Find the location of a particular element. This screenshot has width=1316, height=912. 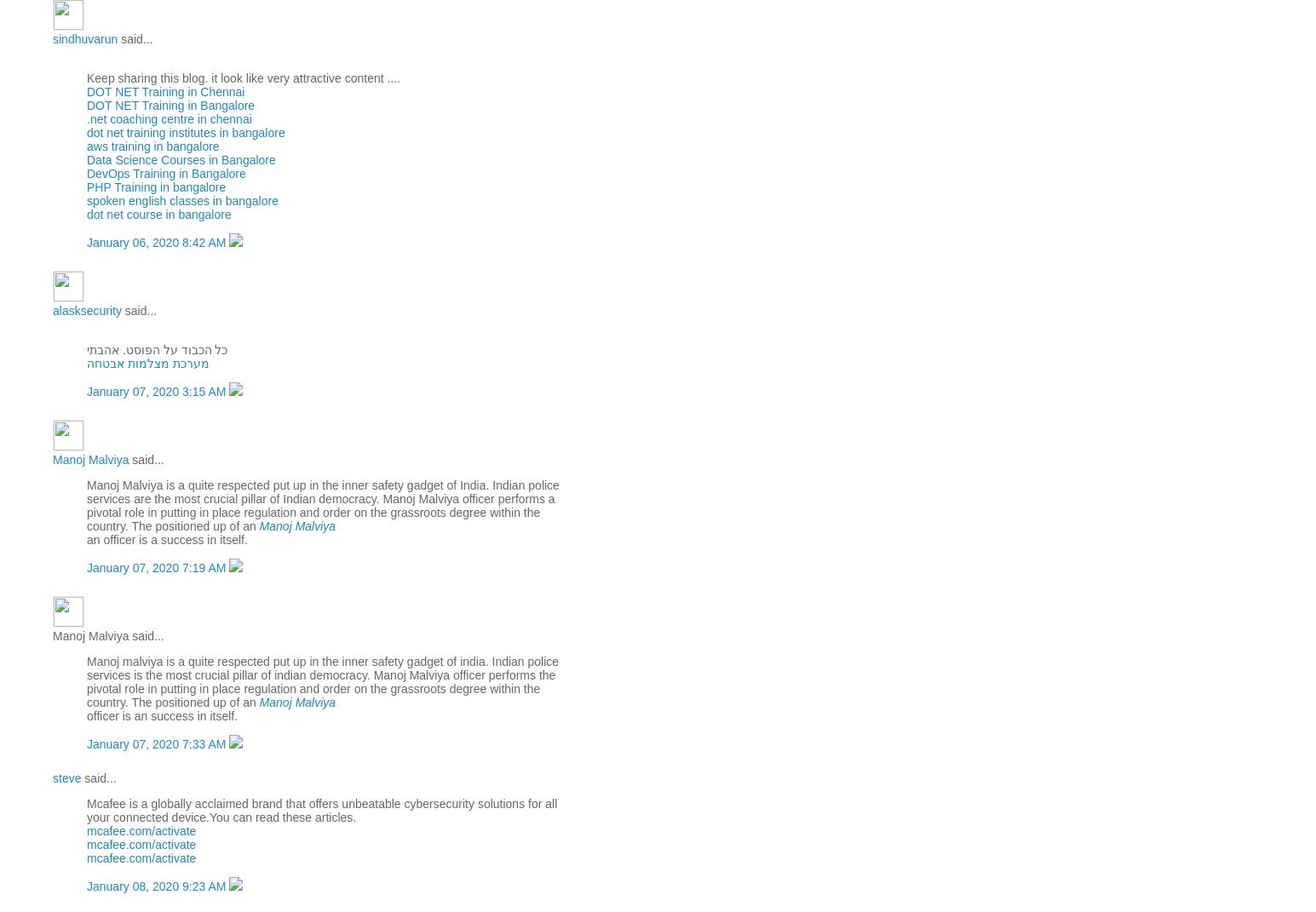

'officer is an success in itself.' is located at coordinates (85, 714).